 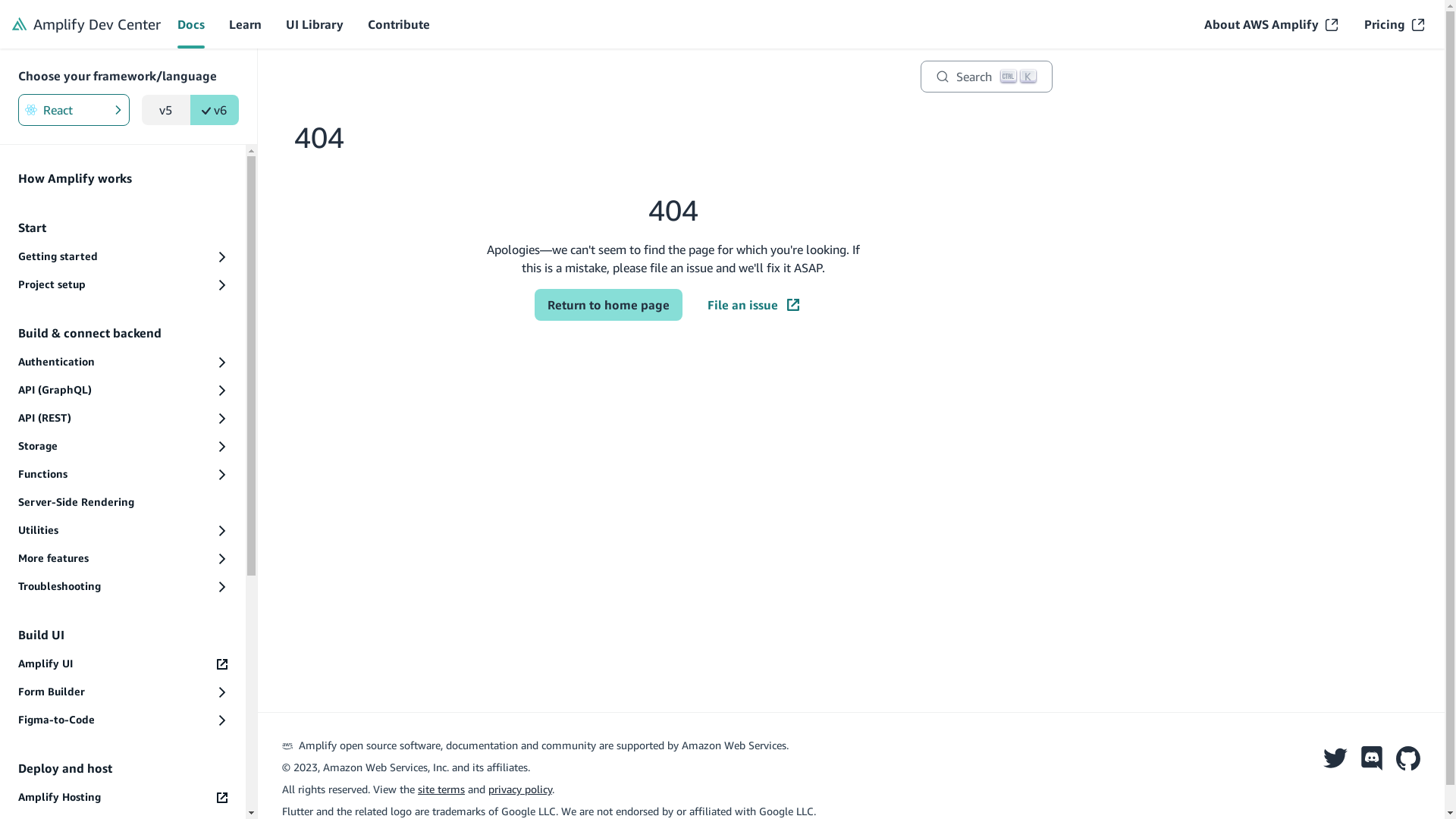 I want to click on 'Figma-to-Code', so click(x=123, y=719).